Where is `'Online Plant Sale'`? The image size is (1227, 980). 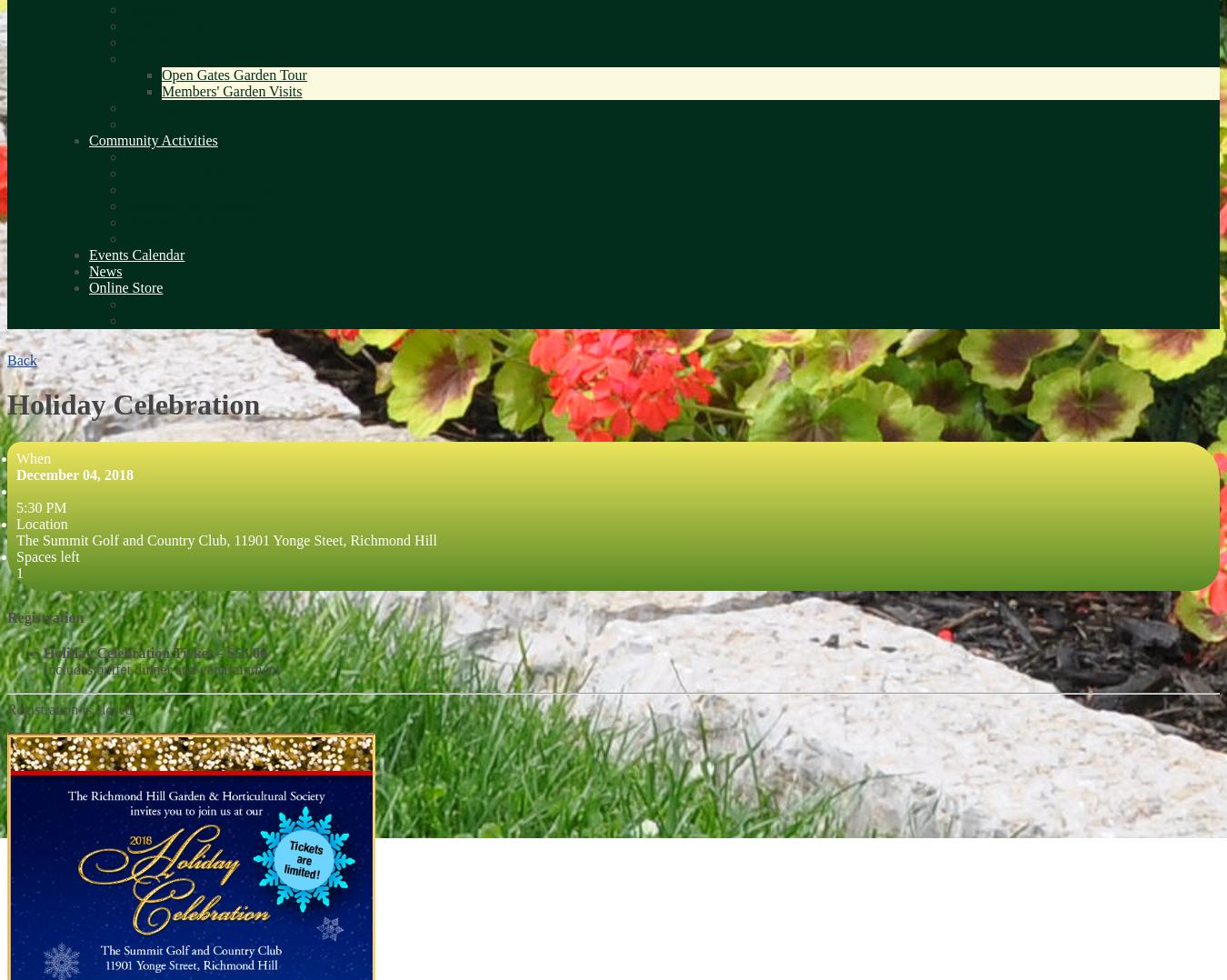
'Online Plant Sale' is located at coordinates (125, 303).